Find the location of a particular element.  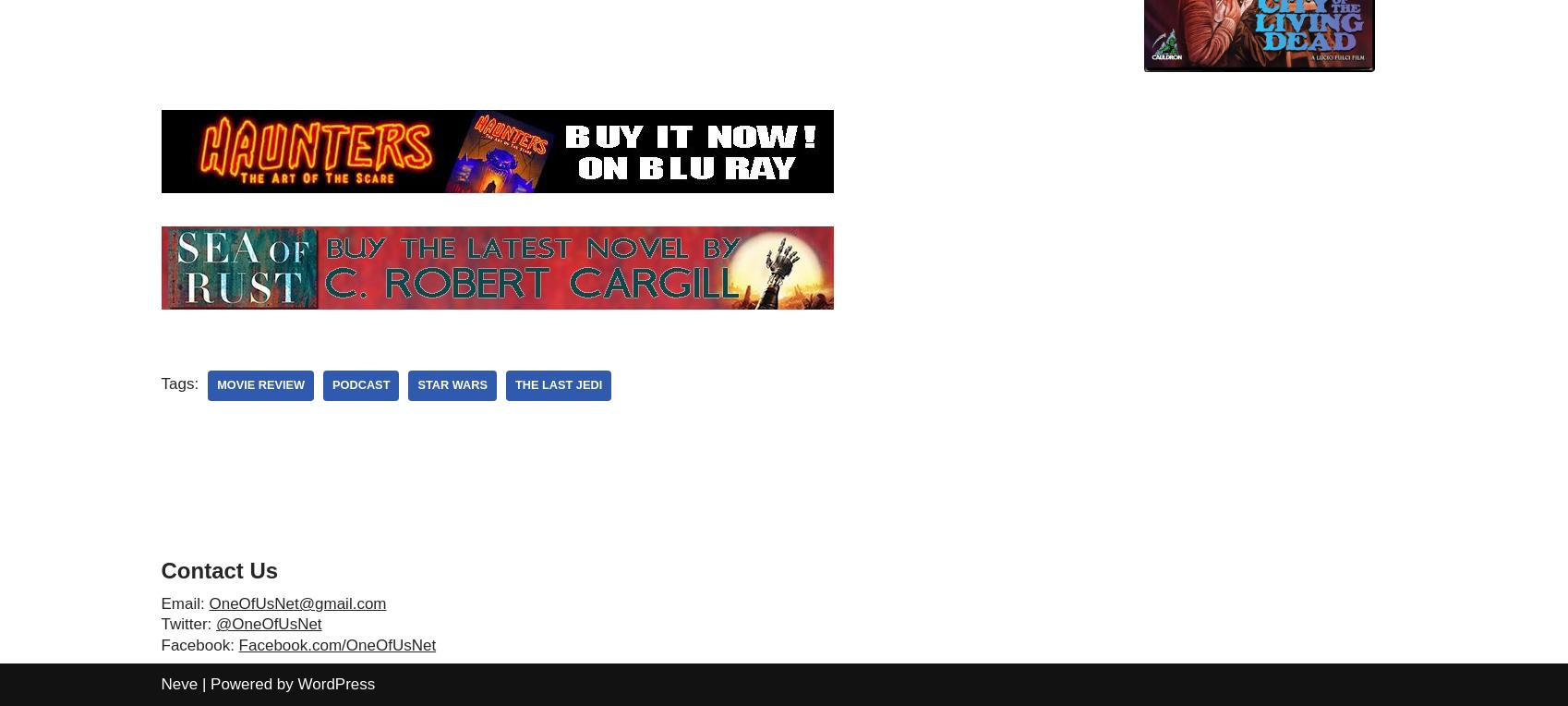

'Tags:' is located at coordinates (179, 383).